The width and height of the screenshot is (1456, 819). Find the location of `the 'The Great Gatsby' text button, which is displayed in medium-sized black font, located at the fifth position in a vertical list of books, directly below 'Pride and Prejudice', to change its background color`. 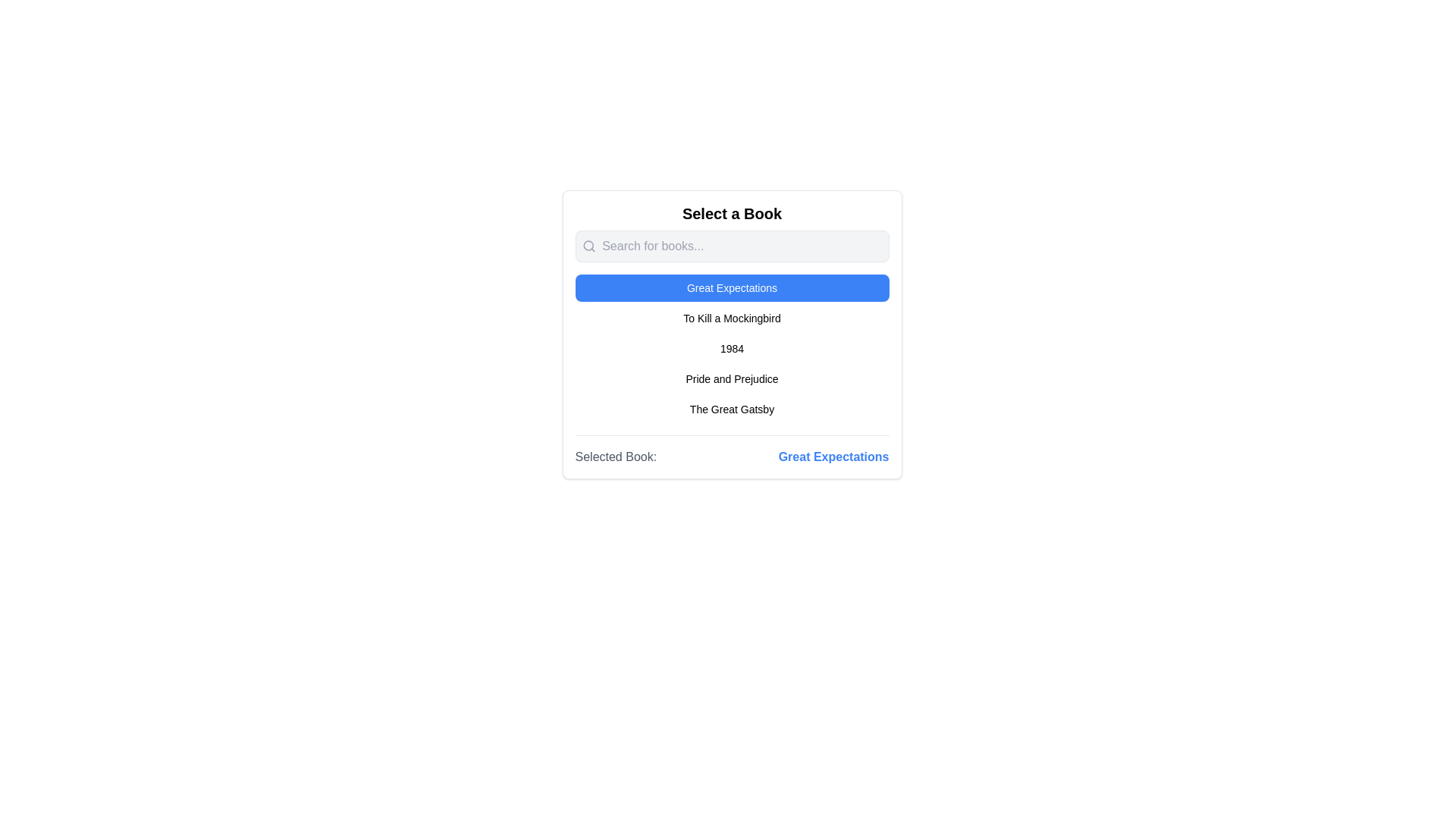

the 'The Great Gatsby' text button, which is displayed in medium-sized black font, located at the fifth position in a vertical list of books, directly below 'Pride and Prejudice', to change its background color is located at coordinates (732, 409).